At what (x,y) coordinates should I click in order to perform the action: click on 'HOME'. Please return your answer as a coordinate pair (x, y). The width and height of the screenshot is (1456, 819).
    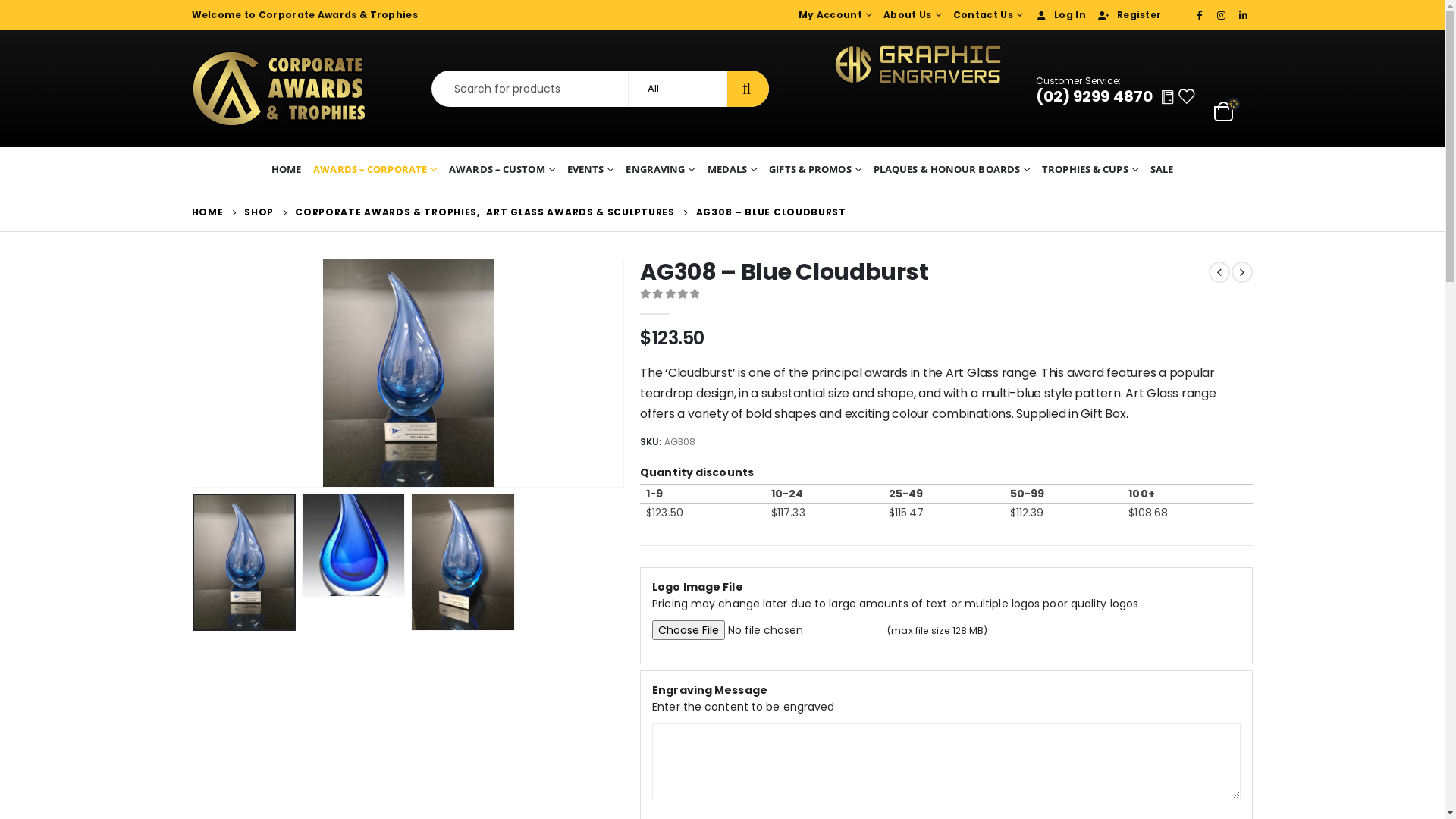
    Looking at the image, I should click on (286, 169).